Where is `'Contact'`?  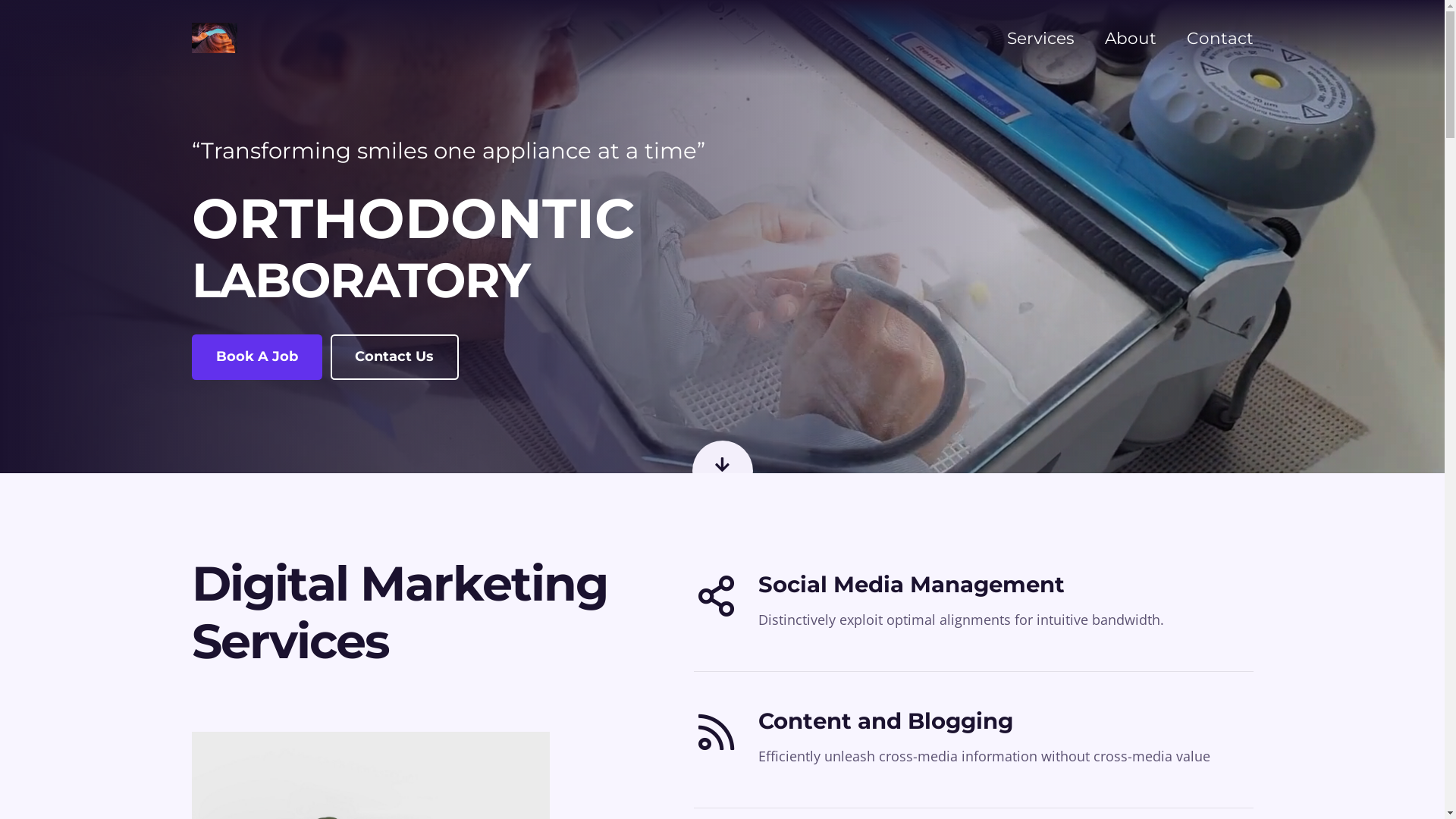 'Contact' is located at coordinates (1219, 37).